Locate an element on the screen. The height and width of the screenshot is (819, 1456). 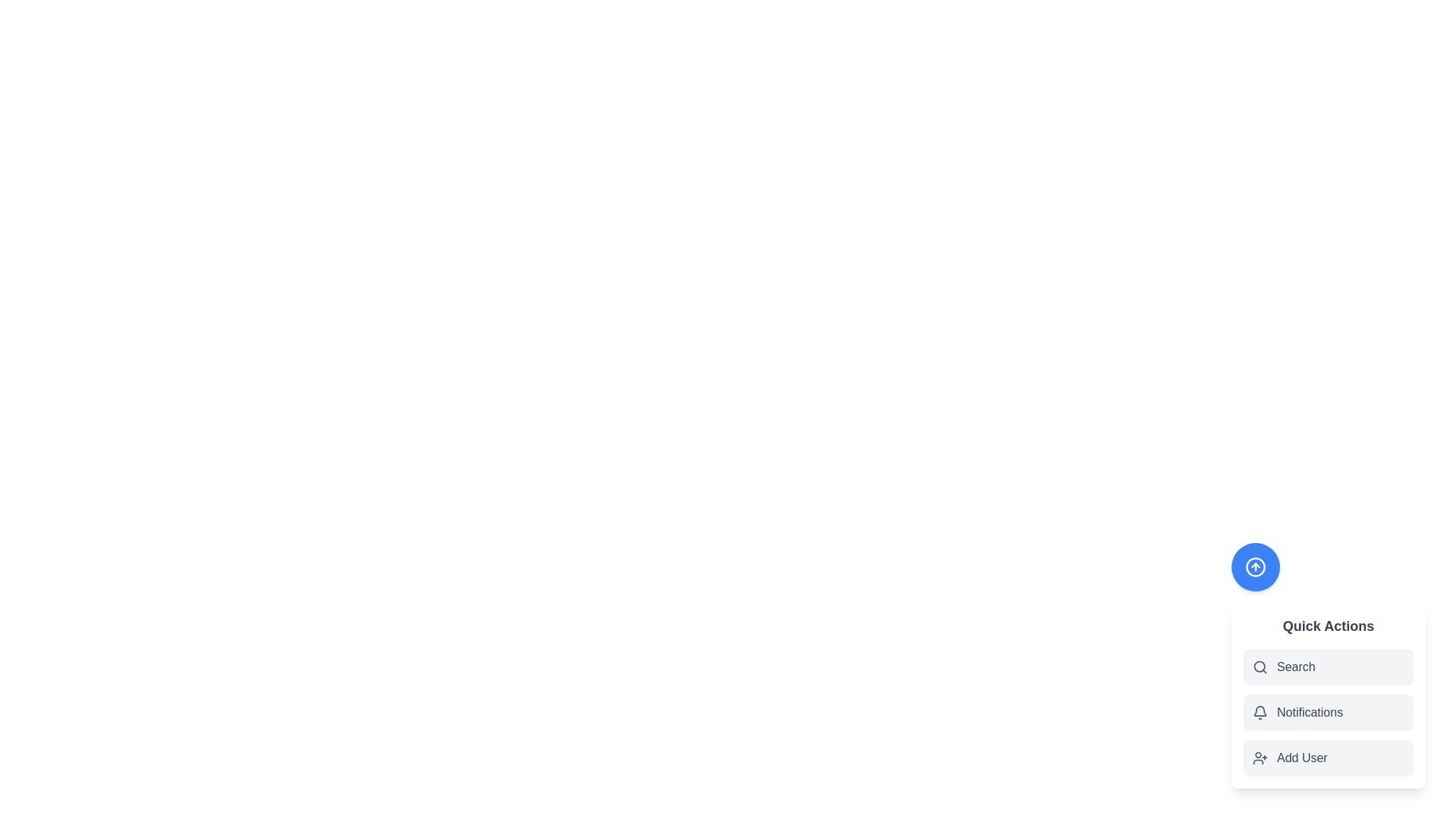
the circle element that represents the glass portion of the magnifying glass in the SVG graphic, which is centrally positioned within the search icon is located at coordinates (1260, 666).